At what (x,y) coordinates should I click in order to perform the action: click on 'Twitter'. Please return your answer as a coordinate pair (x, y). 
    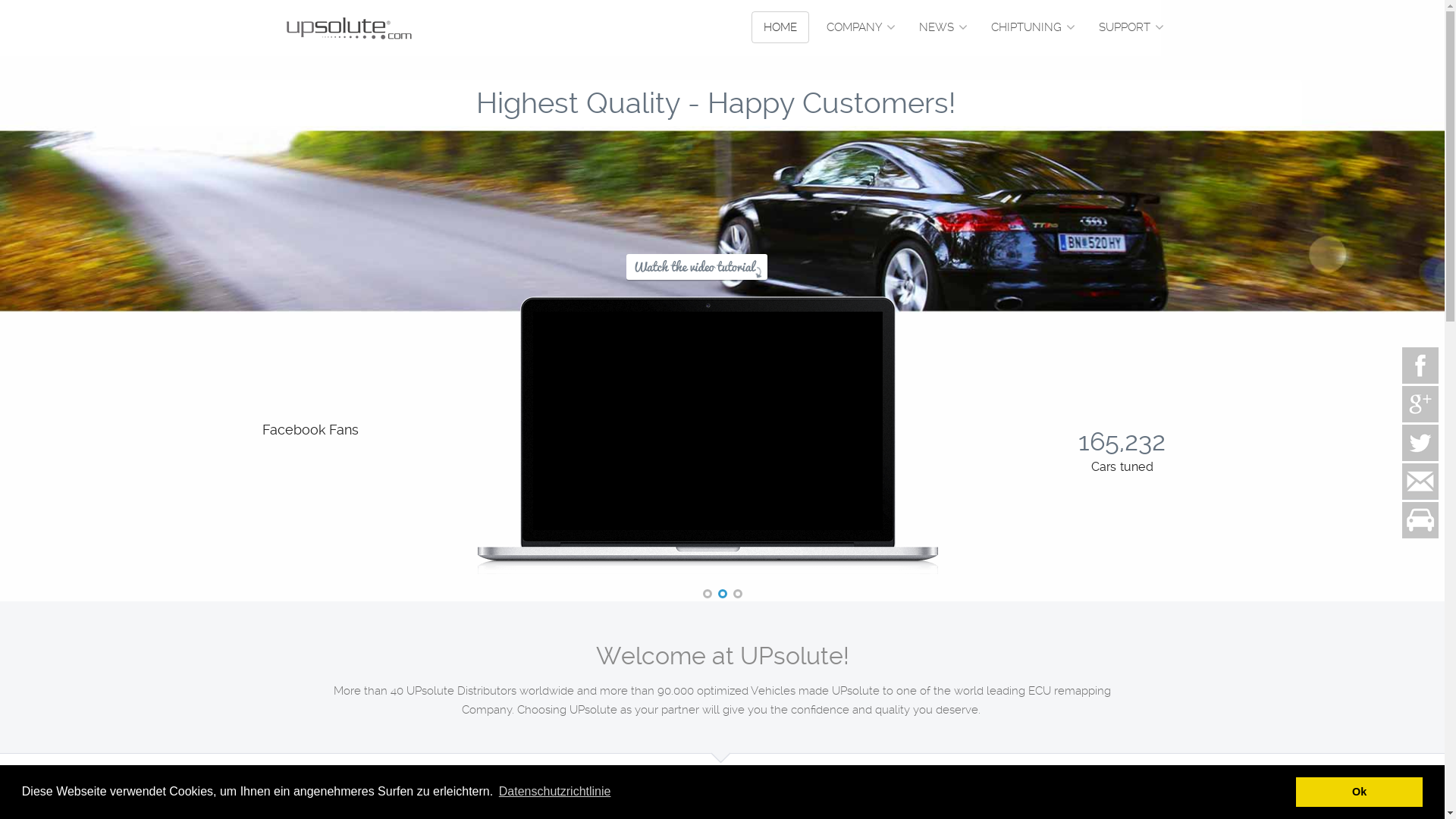
    Looking at the image, I should click on (1419, 442).